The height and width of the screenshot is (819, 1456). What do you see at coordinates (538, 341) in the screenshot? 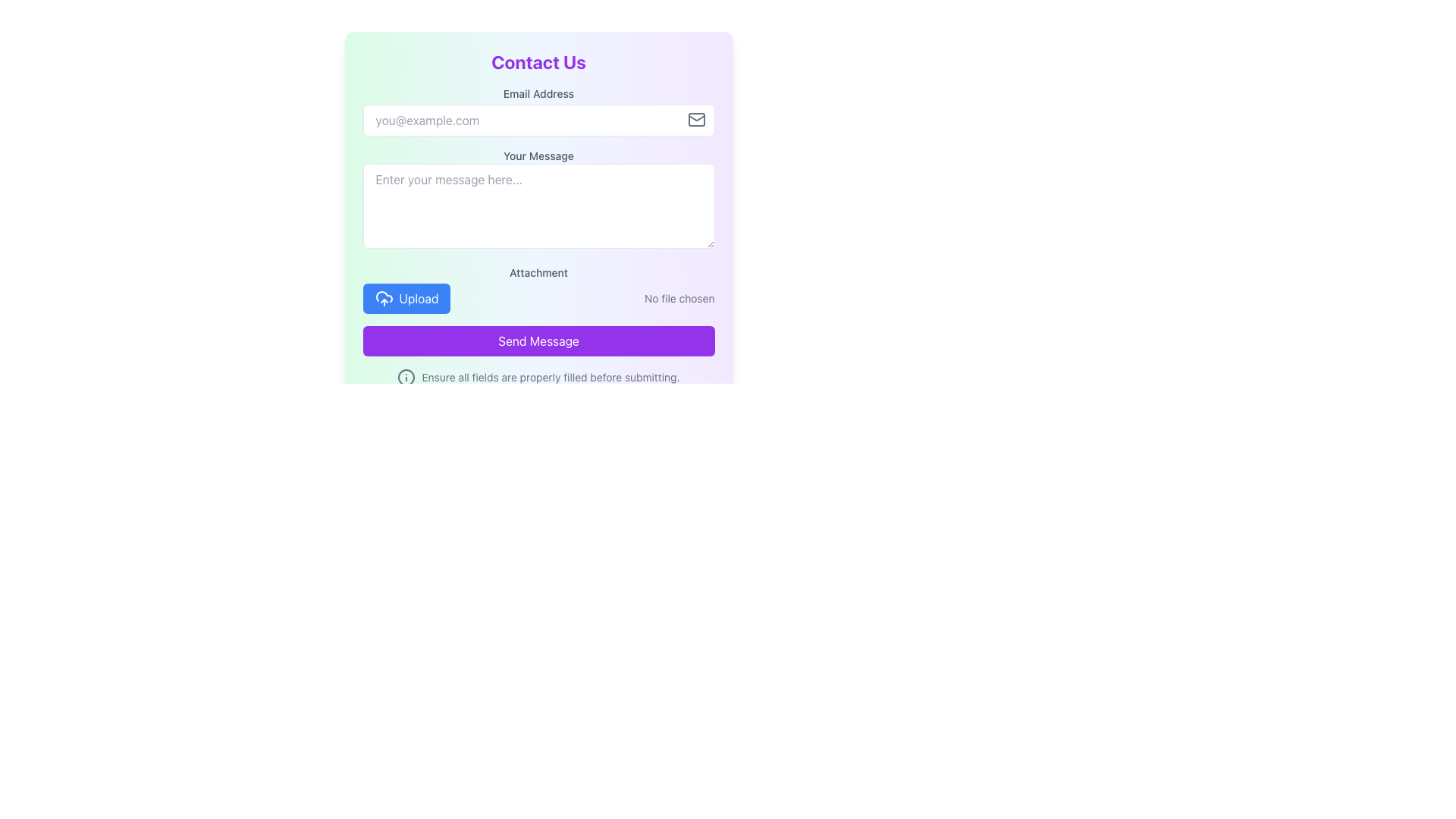
I see `the submit button located at the bottom of the form component` at bounding box center [538, 341].